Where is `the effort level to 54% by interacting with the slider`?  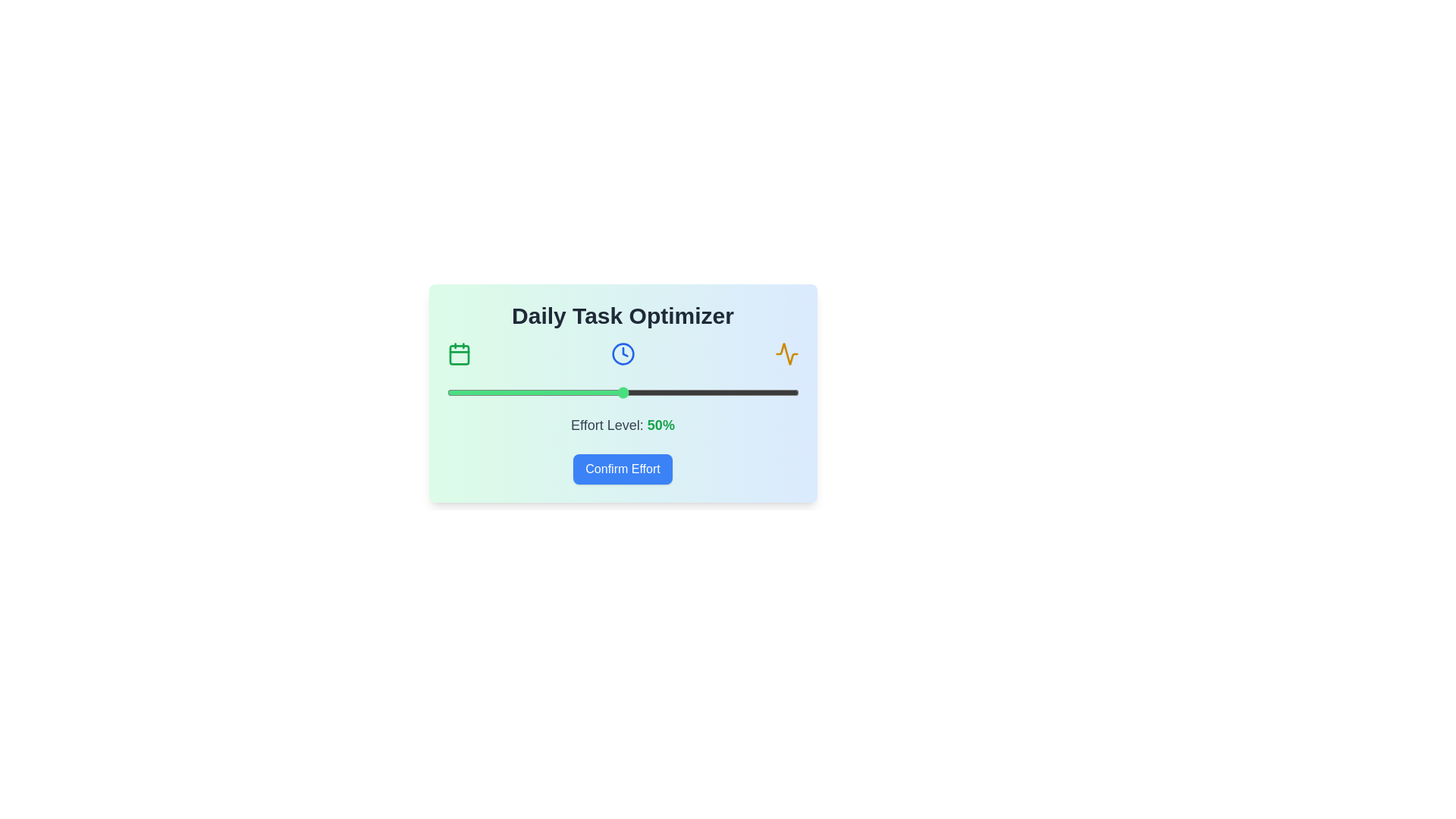
the effort level to 54% by interacting with the slider is located at coordinates (637, 391).